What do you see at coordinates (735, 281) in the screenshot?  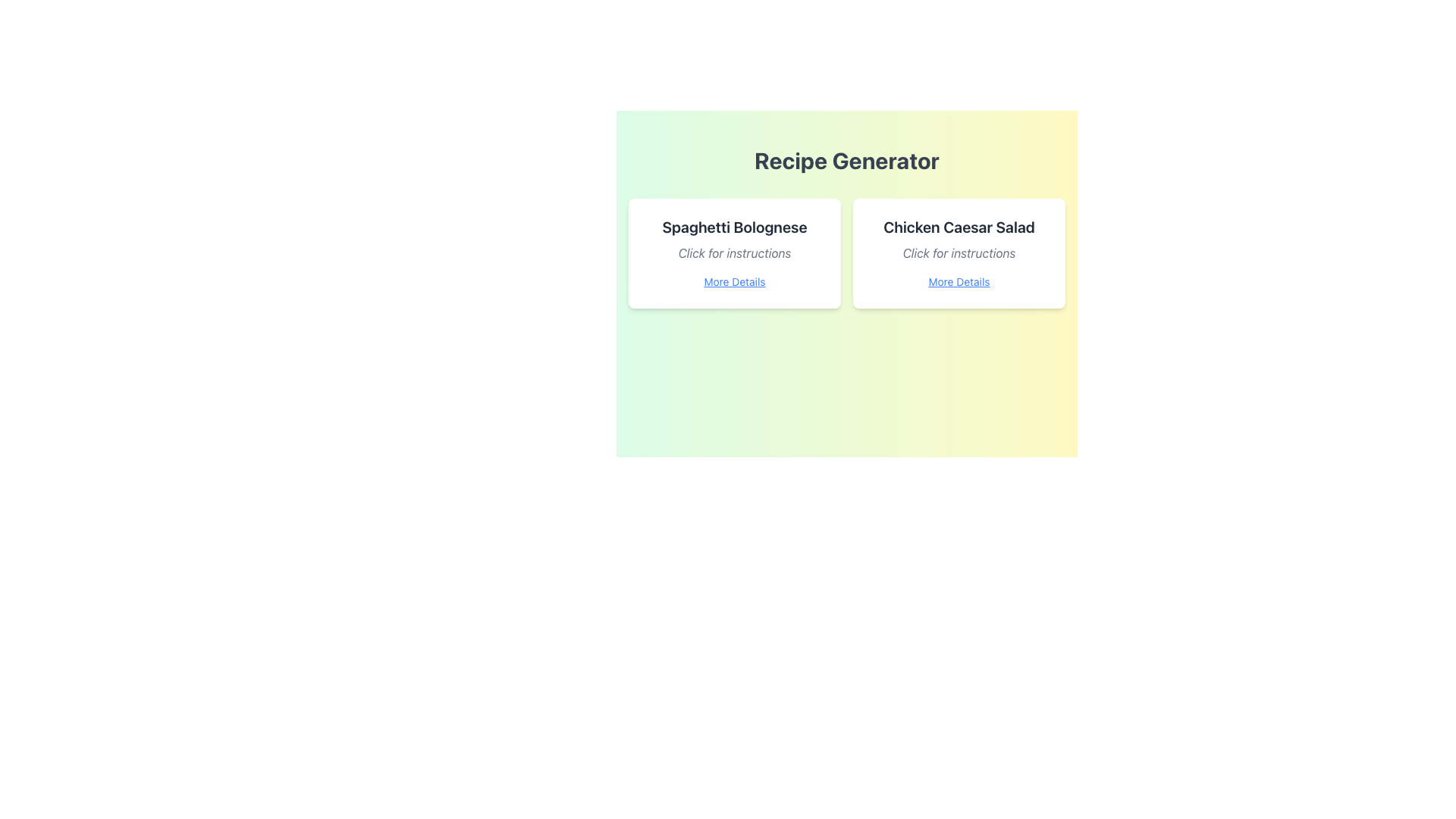 I see `the text link labeled 'More Details' which is underlined and displayed in blue font, positioned below 'Click for instructions' in the recipe card for 'Spaghetti Bolognese'` at bounding box center [735, 281].